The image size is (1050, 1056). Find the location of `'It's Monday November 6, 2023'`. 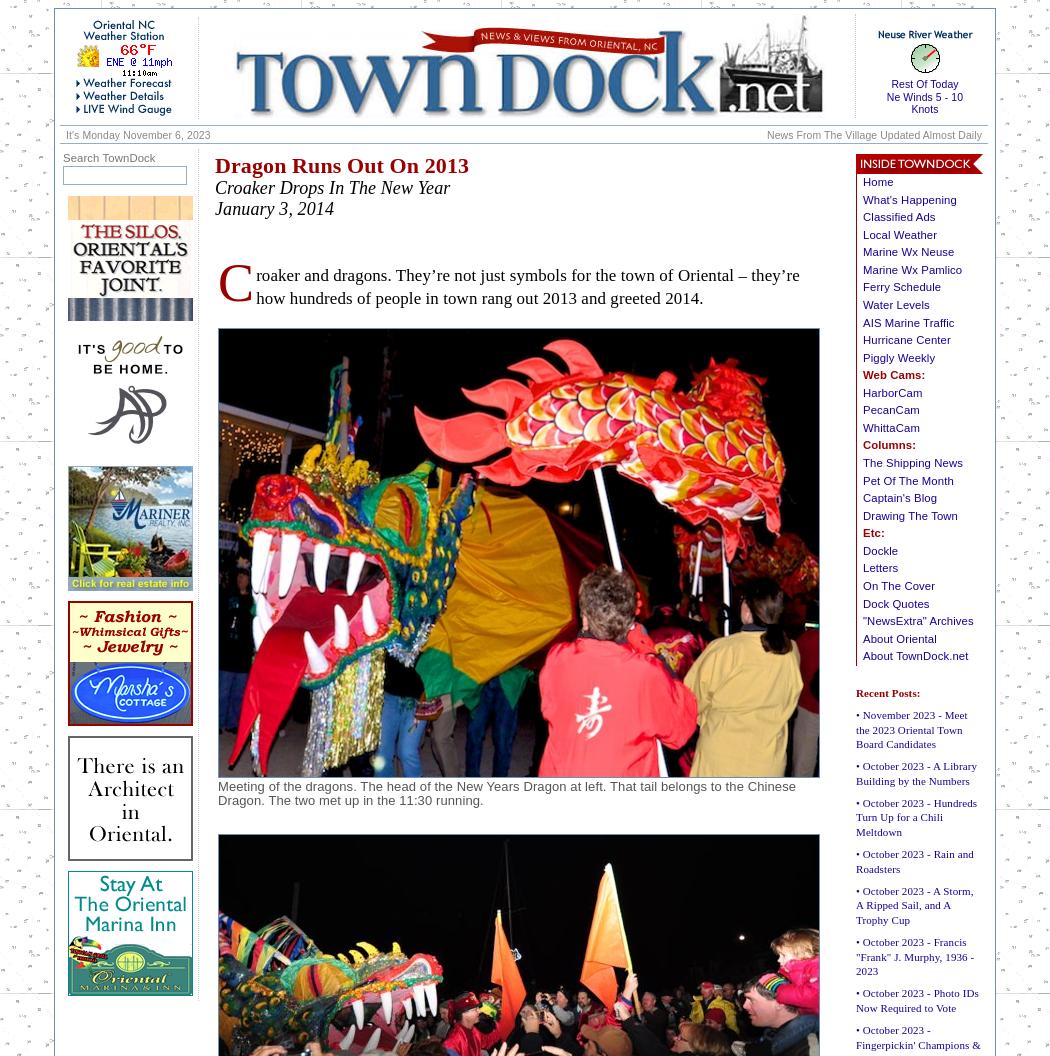

'It's Monday November 6, 2023' is located at coordinates (136, 135).